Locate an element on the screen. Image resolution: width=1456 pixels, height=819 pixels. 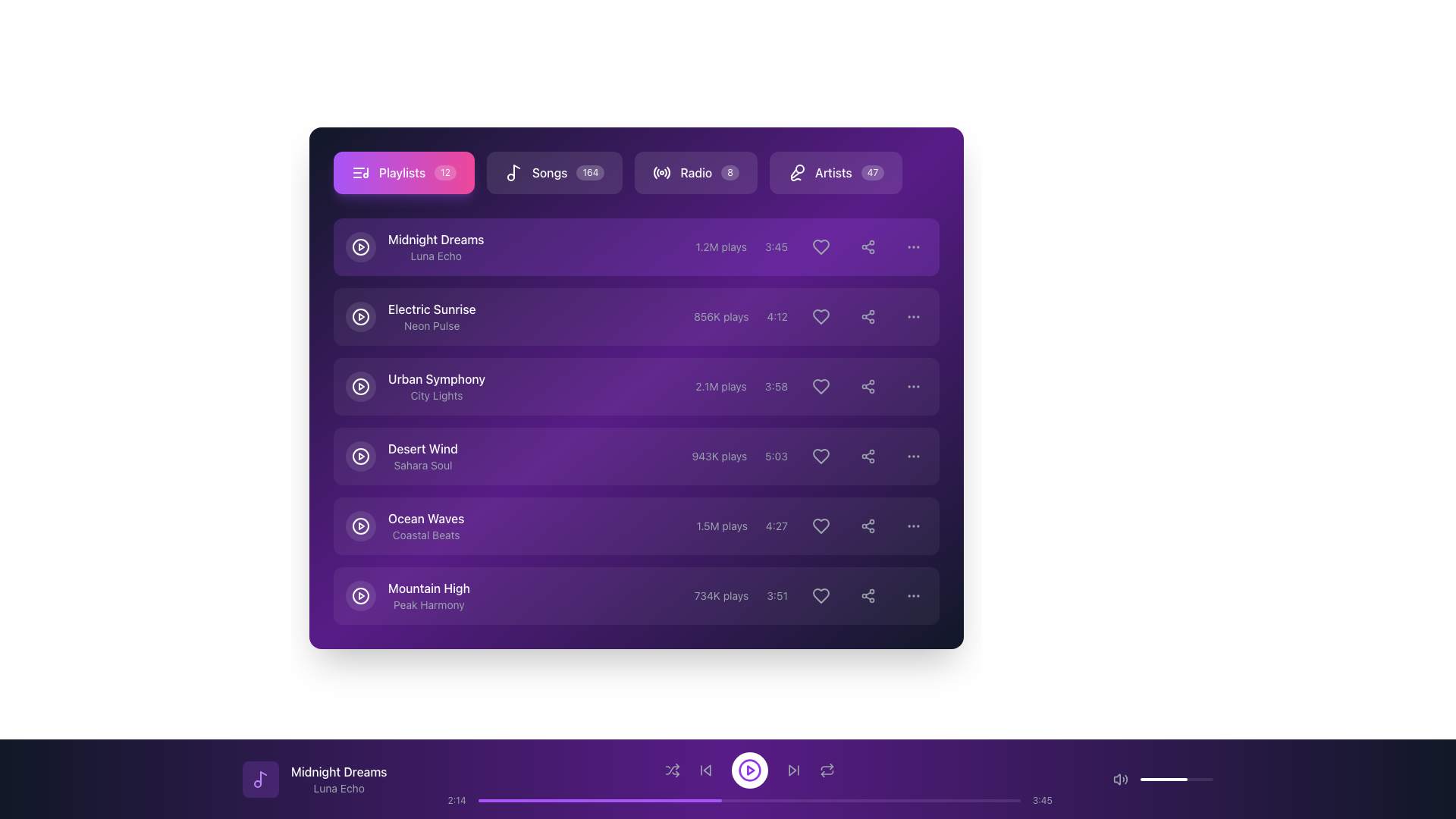
the heart icon button for the song 'Urban Symphony' is located at coordinates (811, 385).